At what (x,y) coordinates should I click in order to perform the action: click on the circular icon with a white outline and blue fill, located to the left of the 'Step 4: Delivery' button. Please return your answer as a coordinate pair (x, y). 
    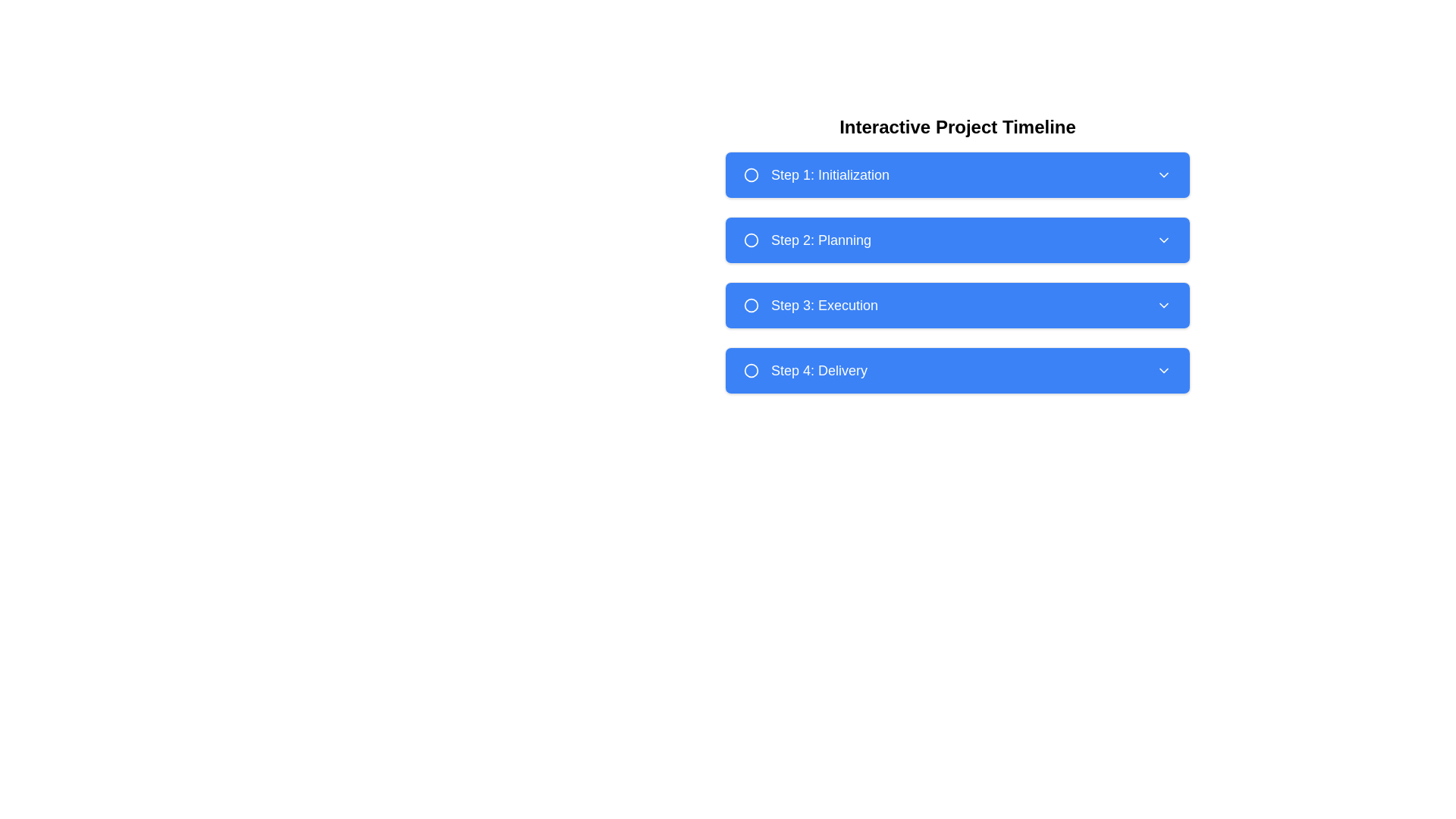
    Looking at the image, I should click on (751, 371).